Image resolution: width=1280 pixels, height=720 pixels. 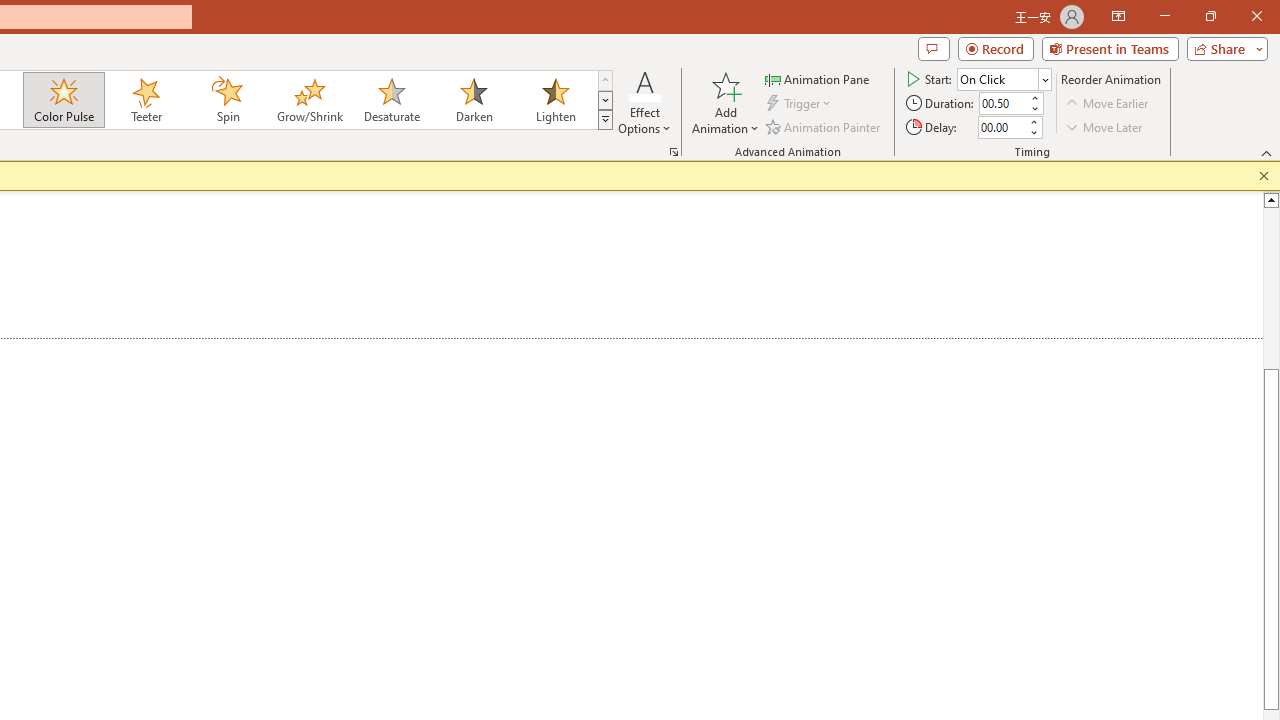 What do you see at coordinates (308, 100) in the screenshot?
I see `'Grow/Shrink'` at bounding box center [308, 100].